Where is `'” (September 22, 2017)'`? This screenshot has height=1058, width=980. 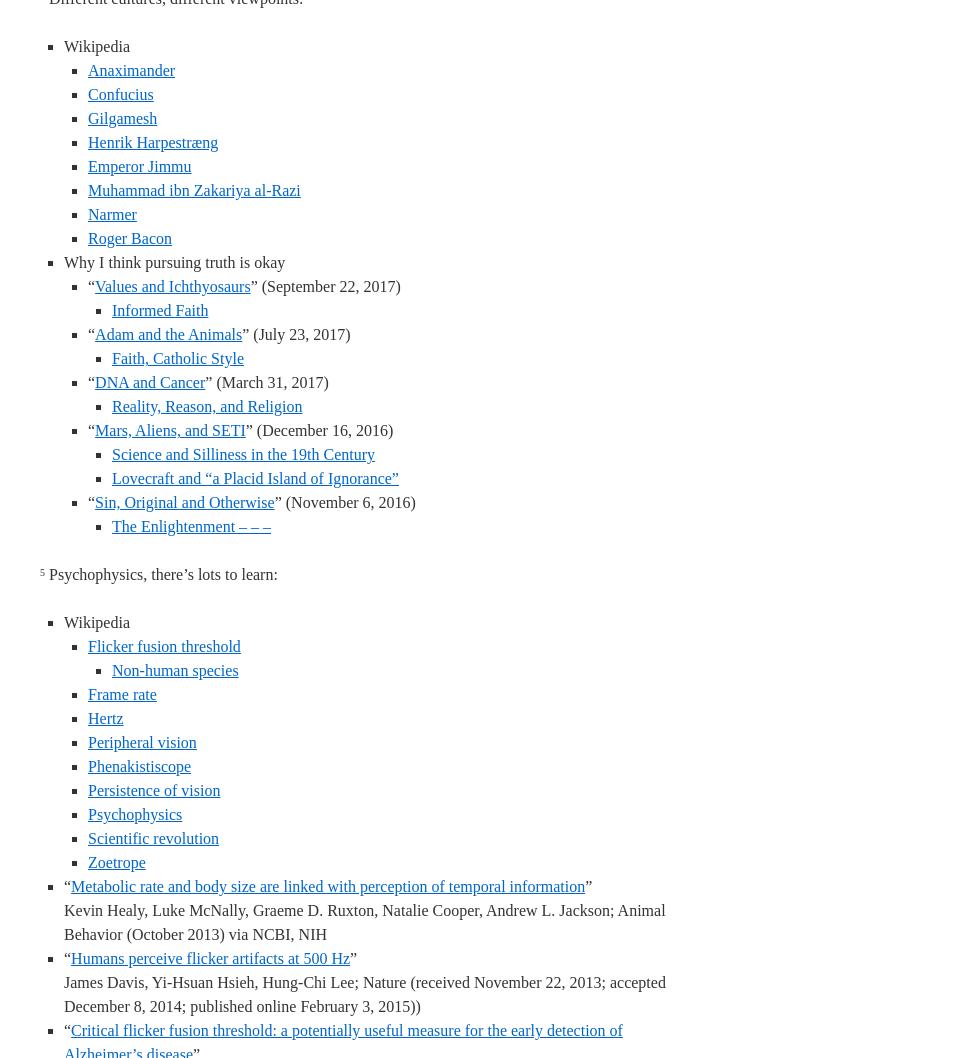 '” (September 22, 2017)' is located at coordinates (249, 285).